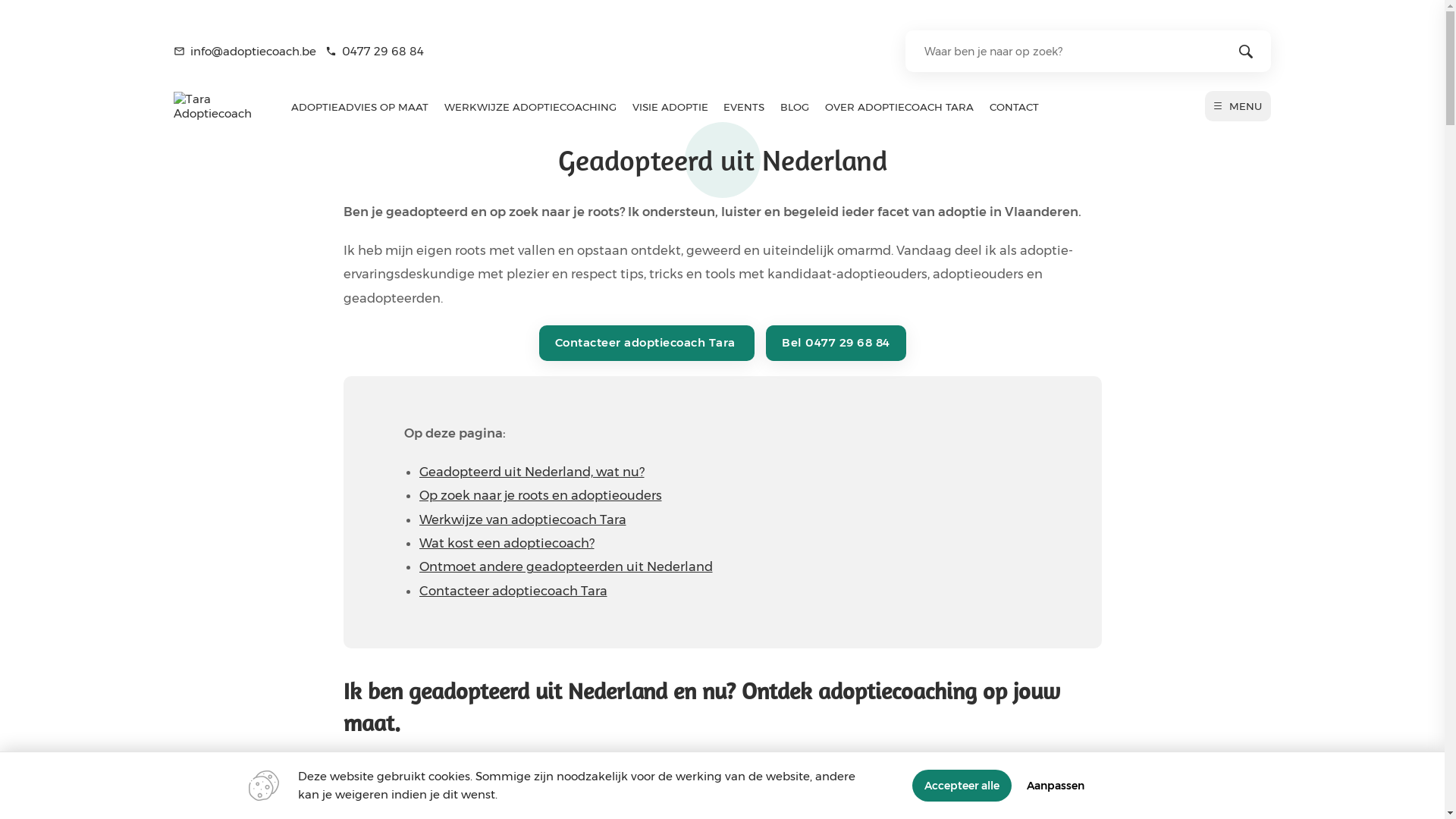  I want to click on 'BLOG', so click(794, 106).